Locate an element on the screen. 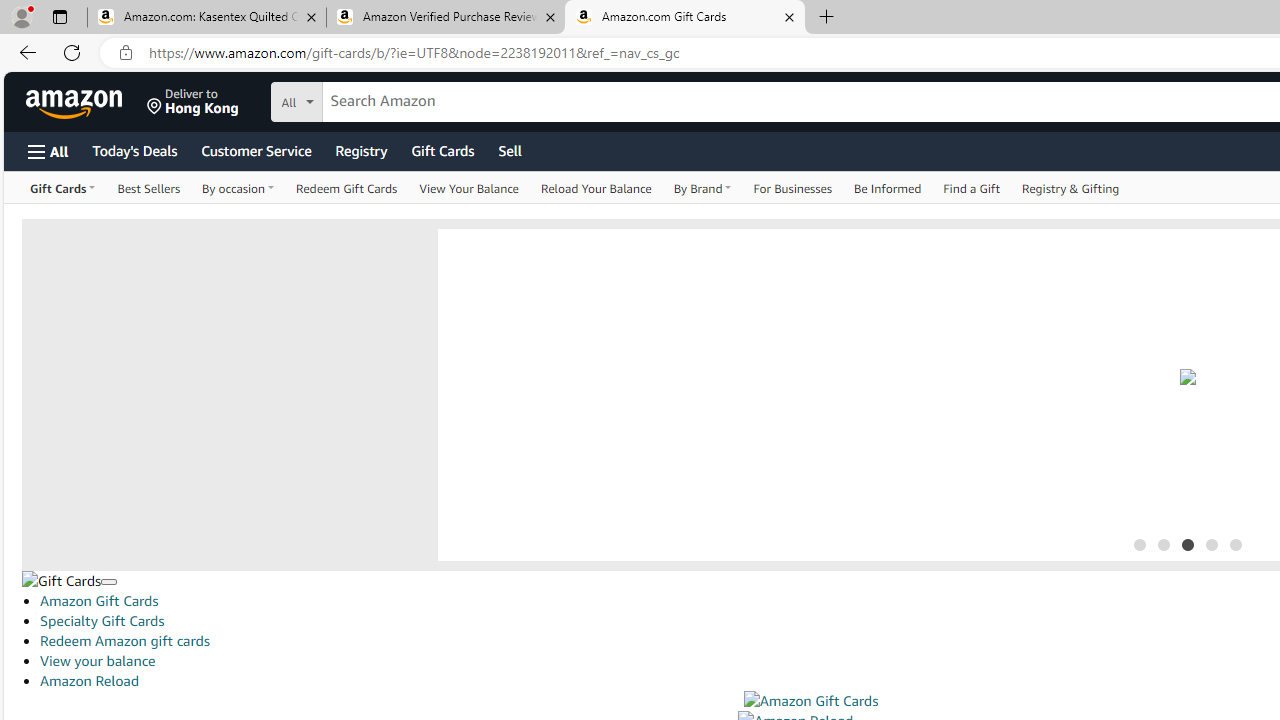  'Open Menu' is located at coordinates (48, 150).